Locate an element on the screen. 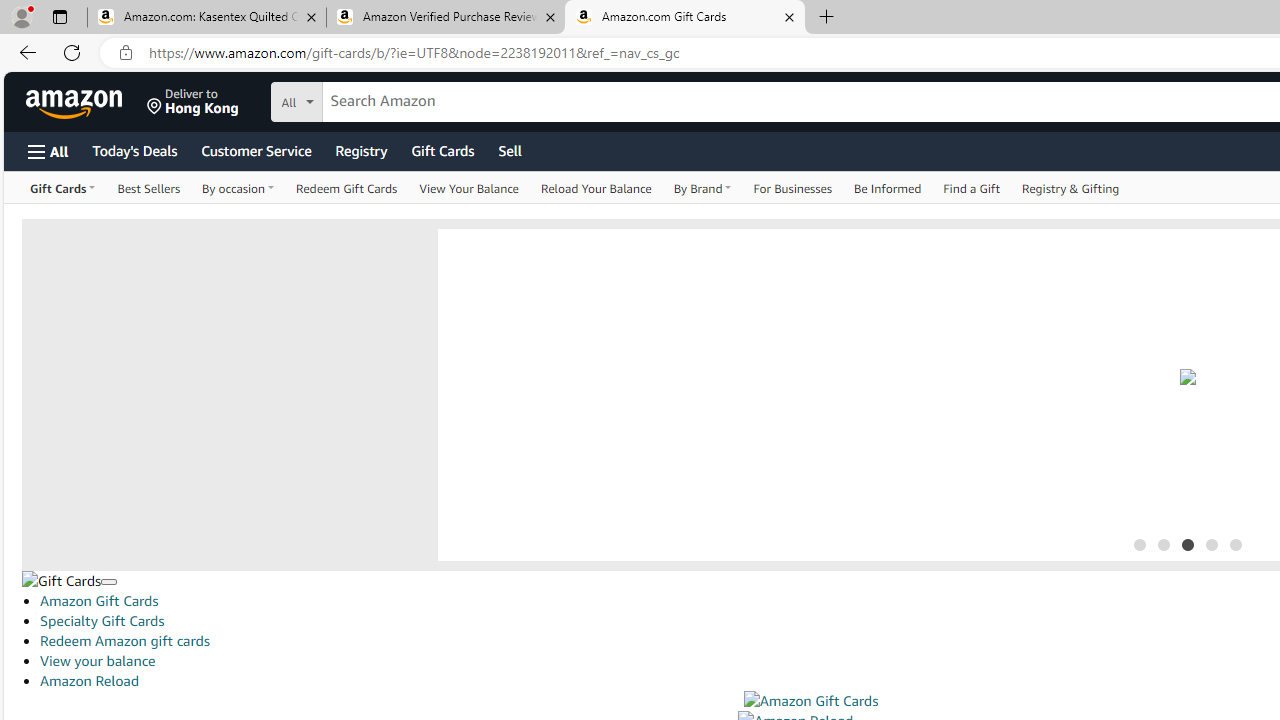  'Open Menu' is located at coordinates (48, 150).